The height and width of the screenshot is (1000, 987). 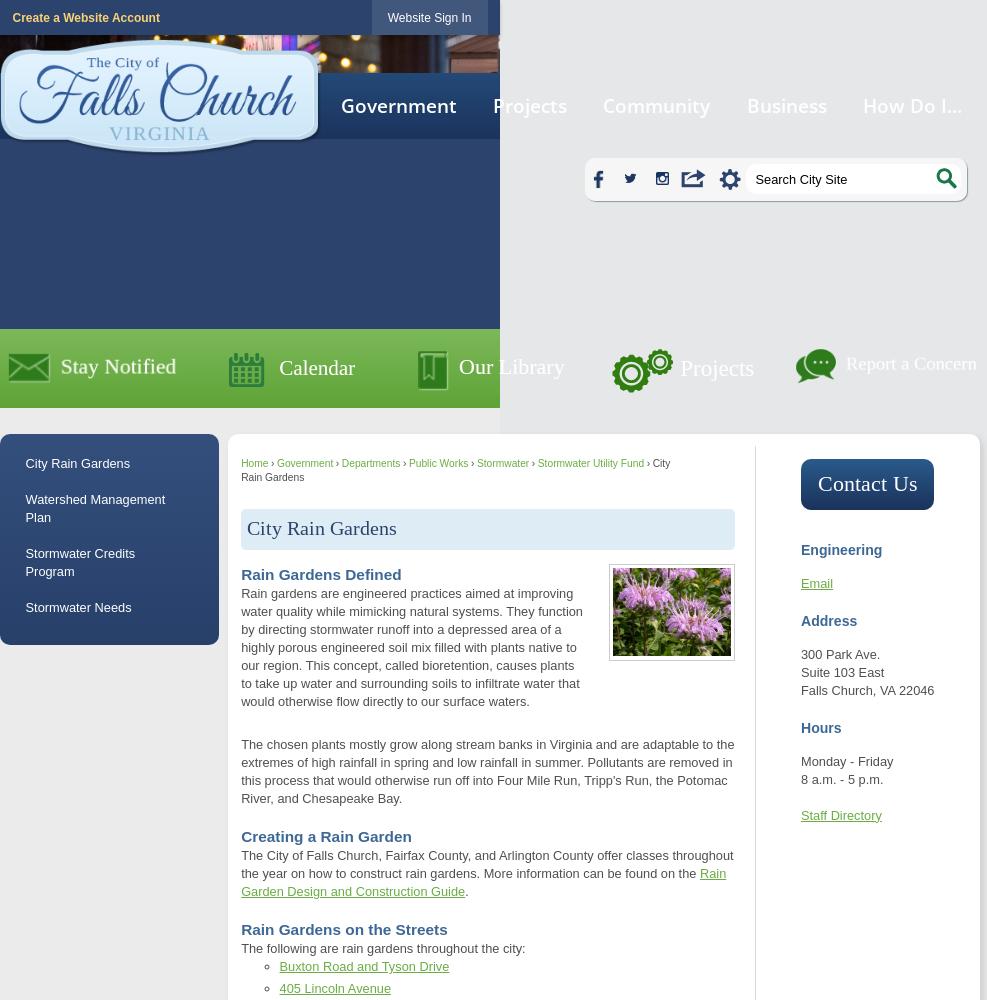 I want to click on 'Monday - Friday', so click(x=846, y=761).